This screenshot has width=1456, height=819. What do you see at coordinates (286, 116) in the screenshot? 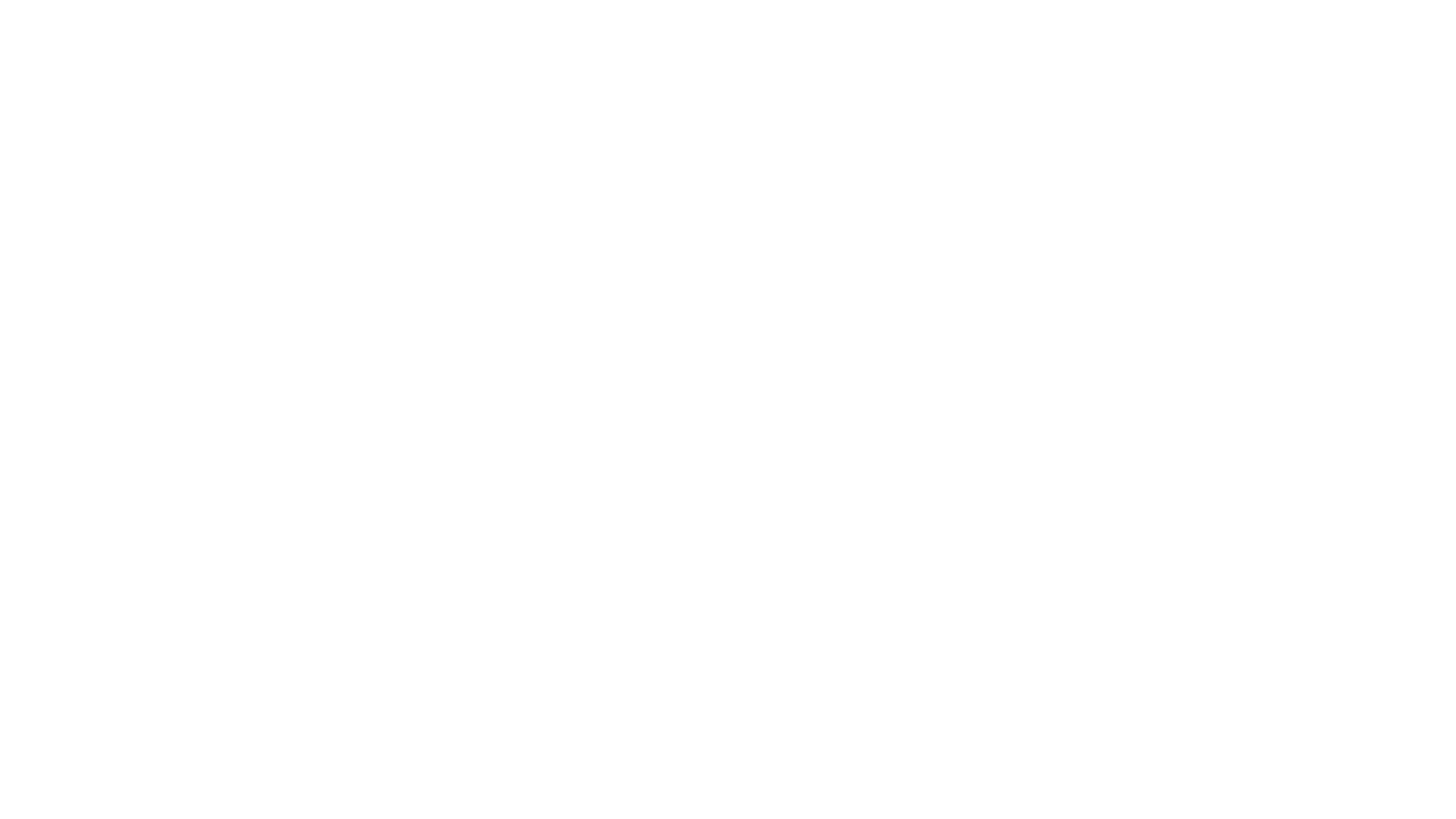
I see `FORMATION` at bounding box center [286, 116].